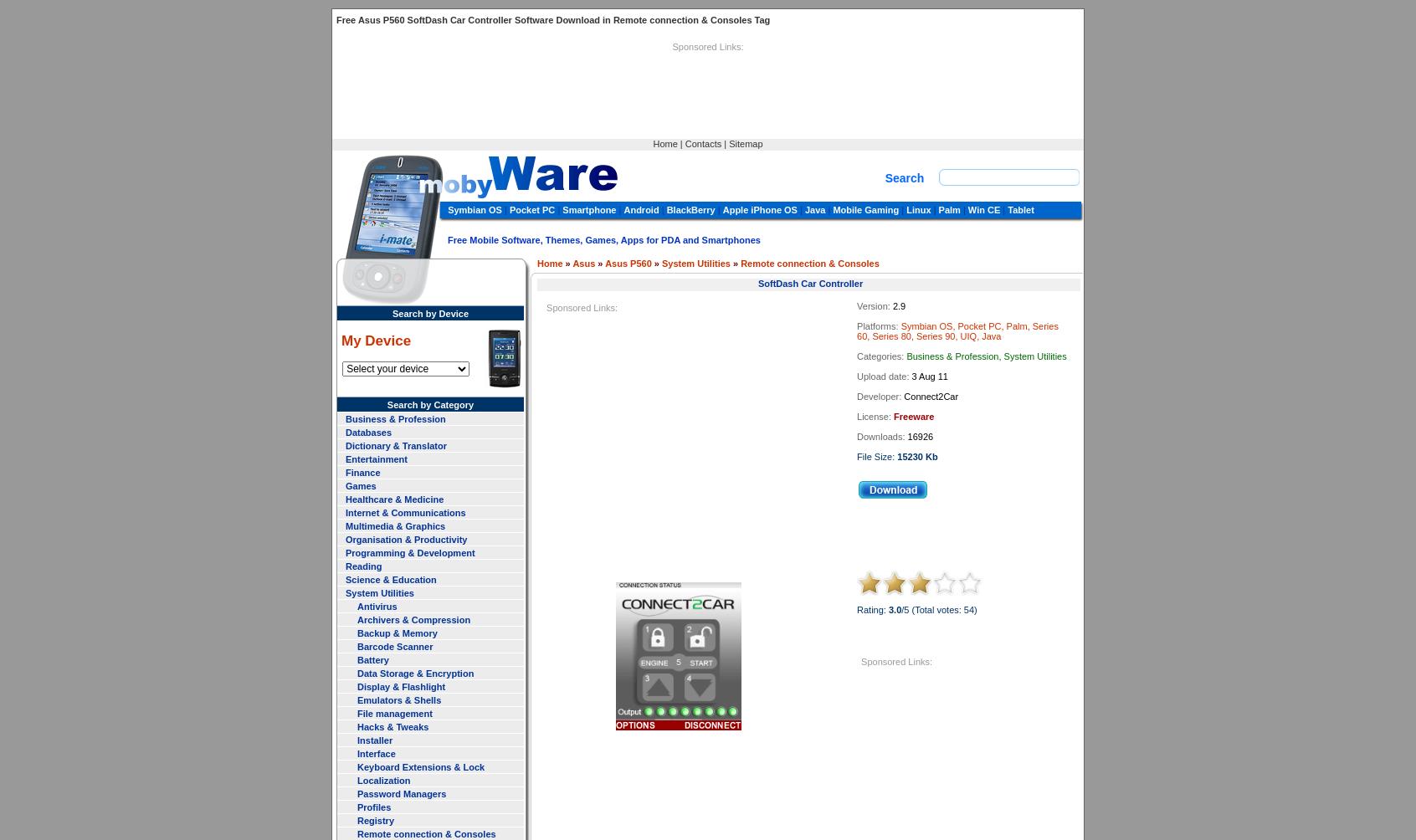 This screenshot has width=1416, height=840. Describe the element at coordinates (346, 577) in the screenshot. I see `'Science & Education'` at that location.